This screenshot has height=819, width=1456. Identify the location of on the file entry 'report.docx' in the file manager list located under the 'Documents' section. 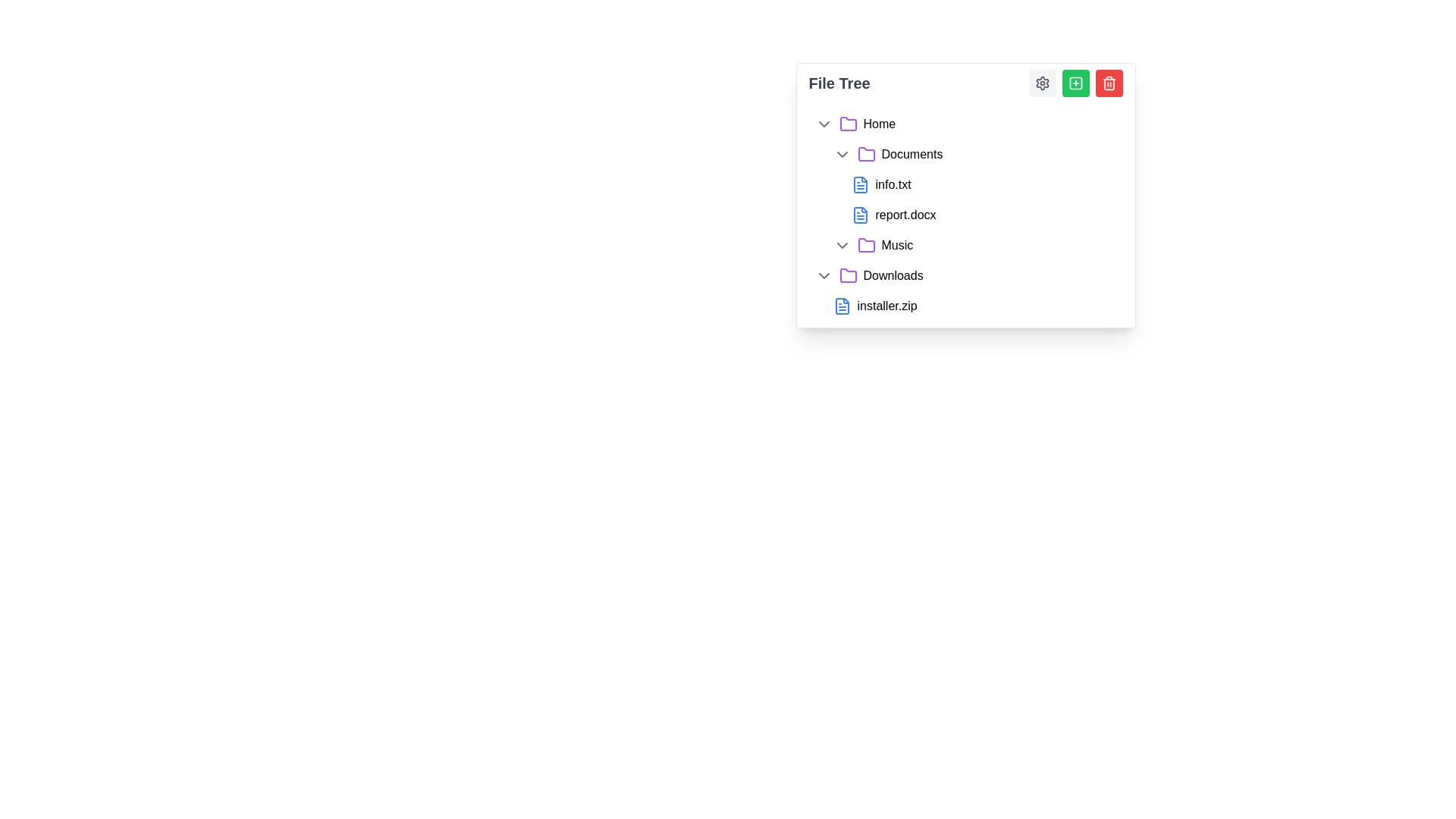
(984, 199).